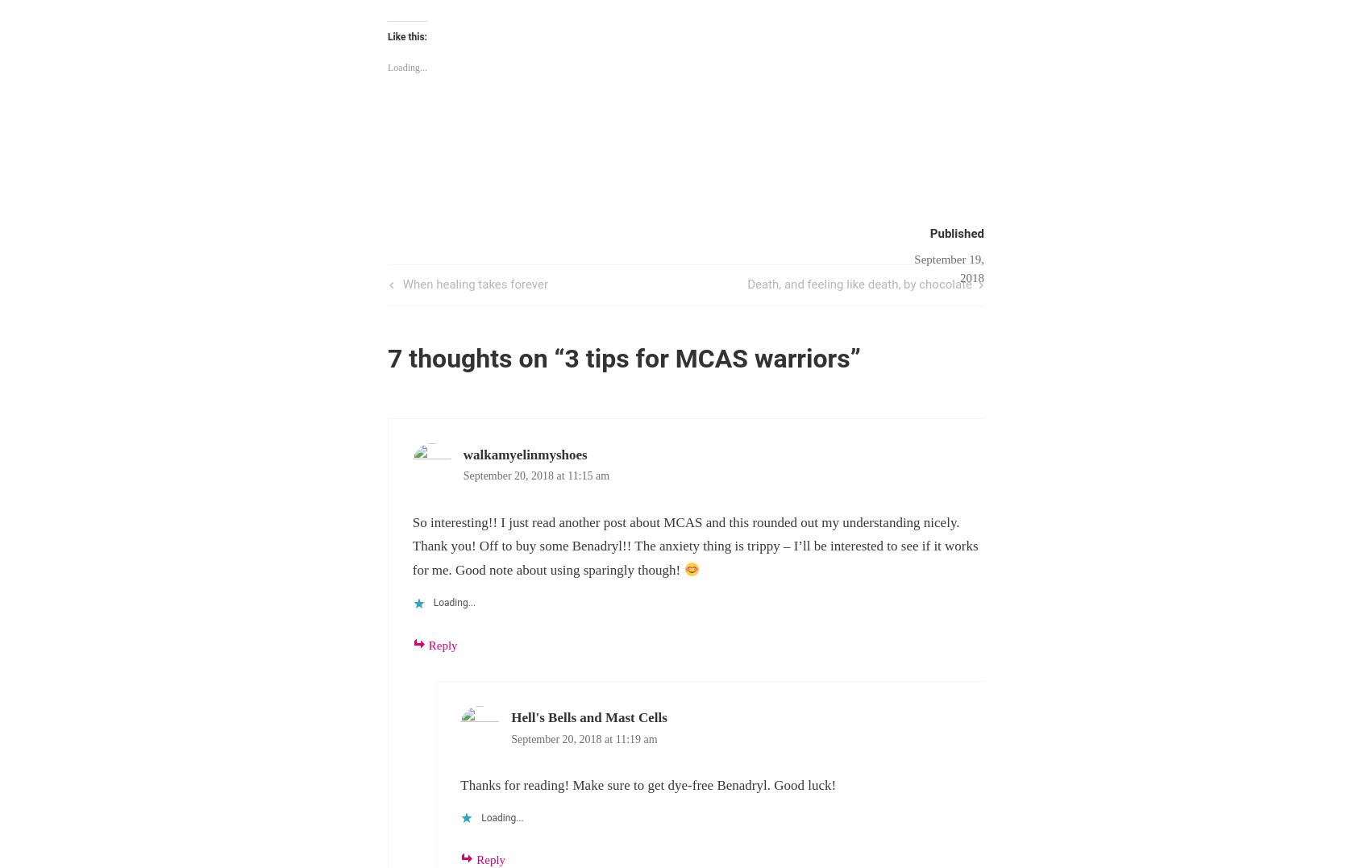  Describe the element at coordinates (583, 737) in the screenshot. I see `'September 20, 2018 at 11:19 am'` at that location.